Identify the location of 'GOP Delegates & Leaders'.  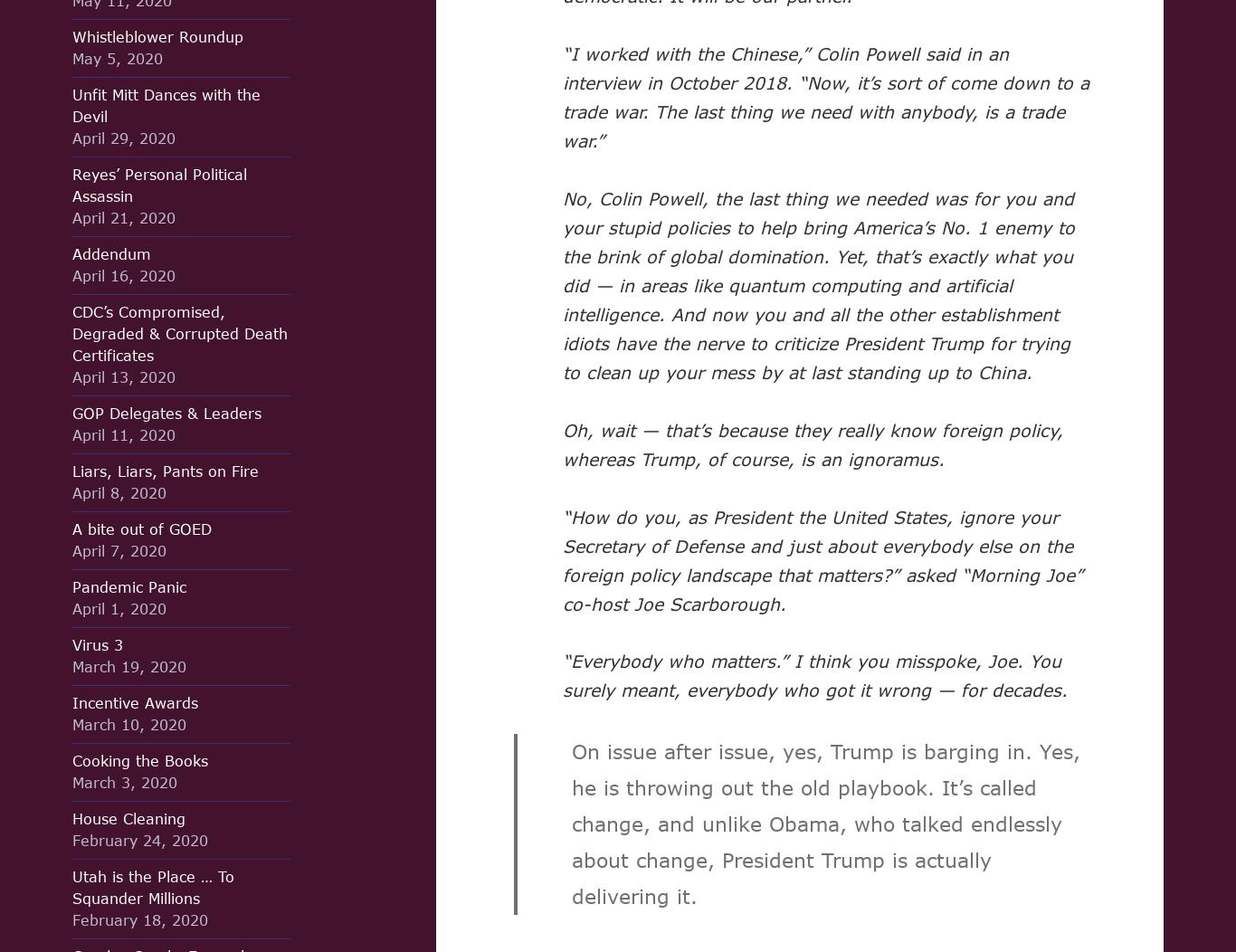
(166, 413).